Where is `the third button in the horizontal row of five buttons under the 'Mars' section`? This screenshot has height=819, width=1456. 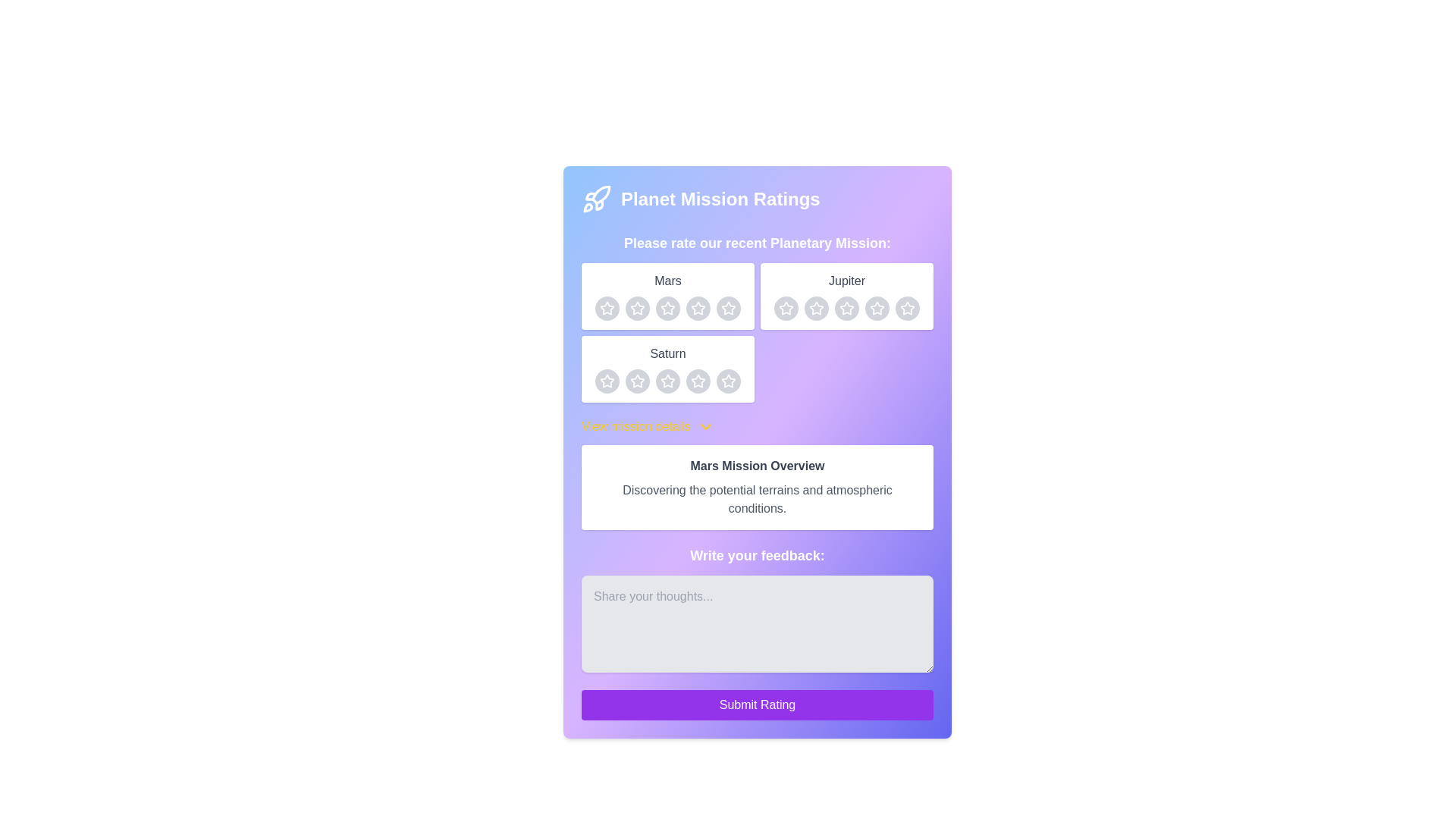
the third button in the horizontal row of five buttons under the 'Mars' section is located at coordinates (667, 308).